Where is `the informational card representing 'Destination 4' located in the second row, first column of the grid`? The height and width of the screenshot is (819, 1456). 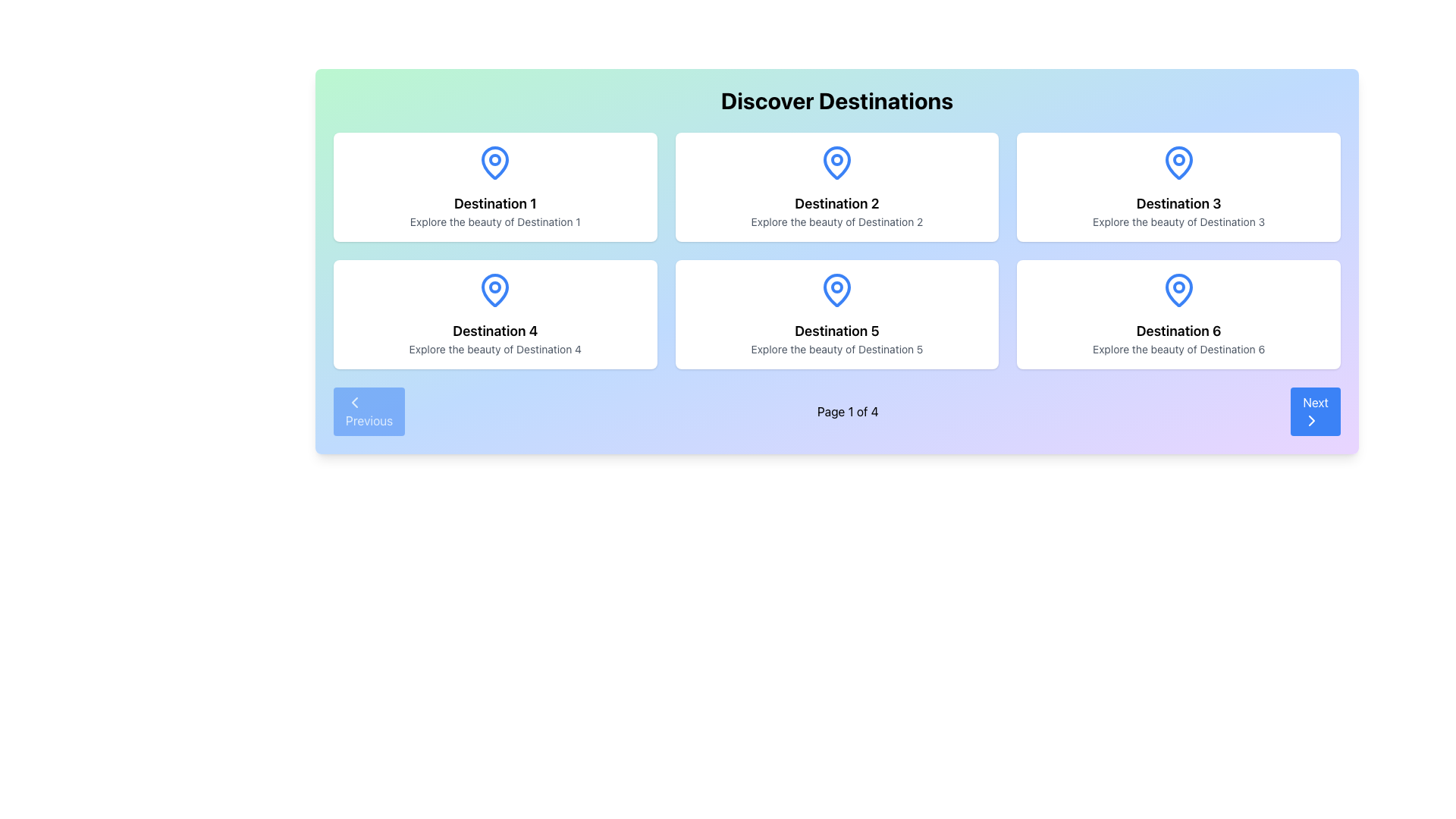
the informational card representing 'Destination 4' located in the second row, first column of the grid is located at coordinates (495, 314).